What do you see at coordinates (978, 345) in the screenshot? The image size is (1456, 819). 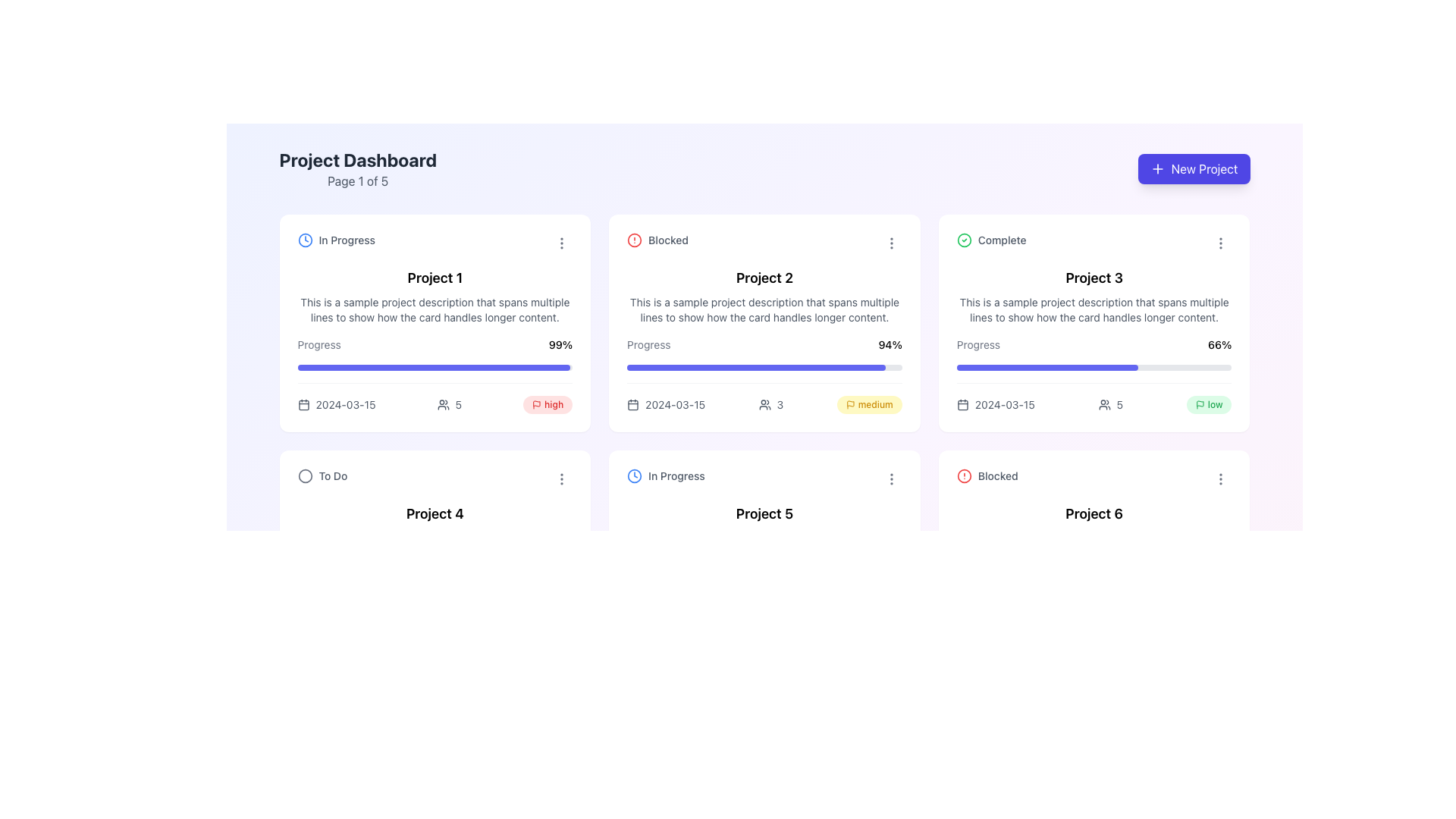 I see `the static label indicating the project's completion progress, located in the card labeled 'Project 3', positioned above the progress bar` at bounding box center [978, 345].